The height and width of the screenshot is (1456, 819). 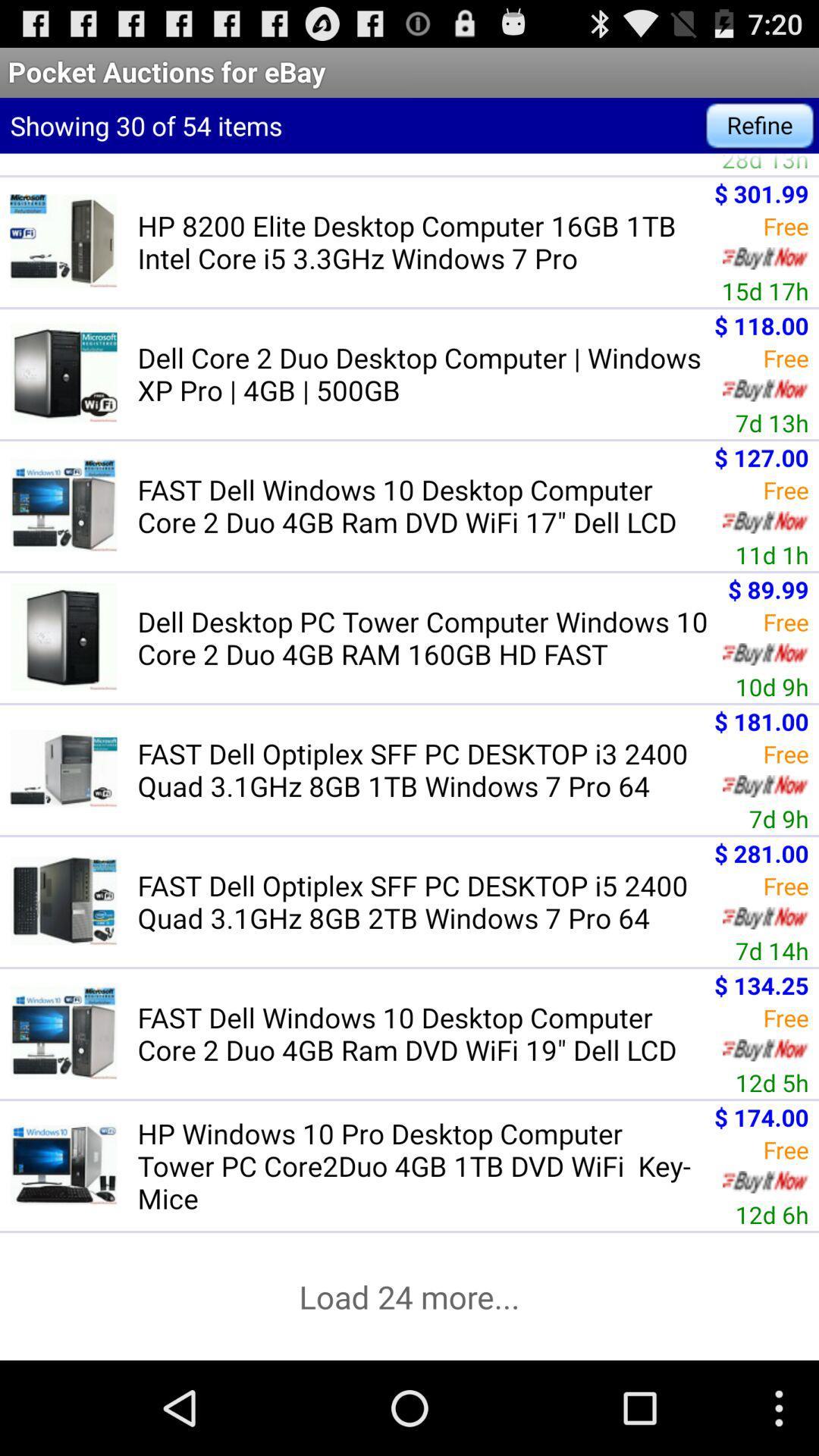 I want to click on 7d 9h app, so click(x=779, y=817).